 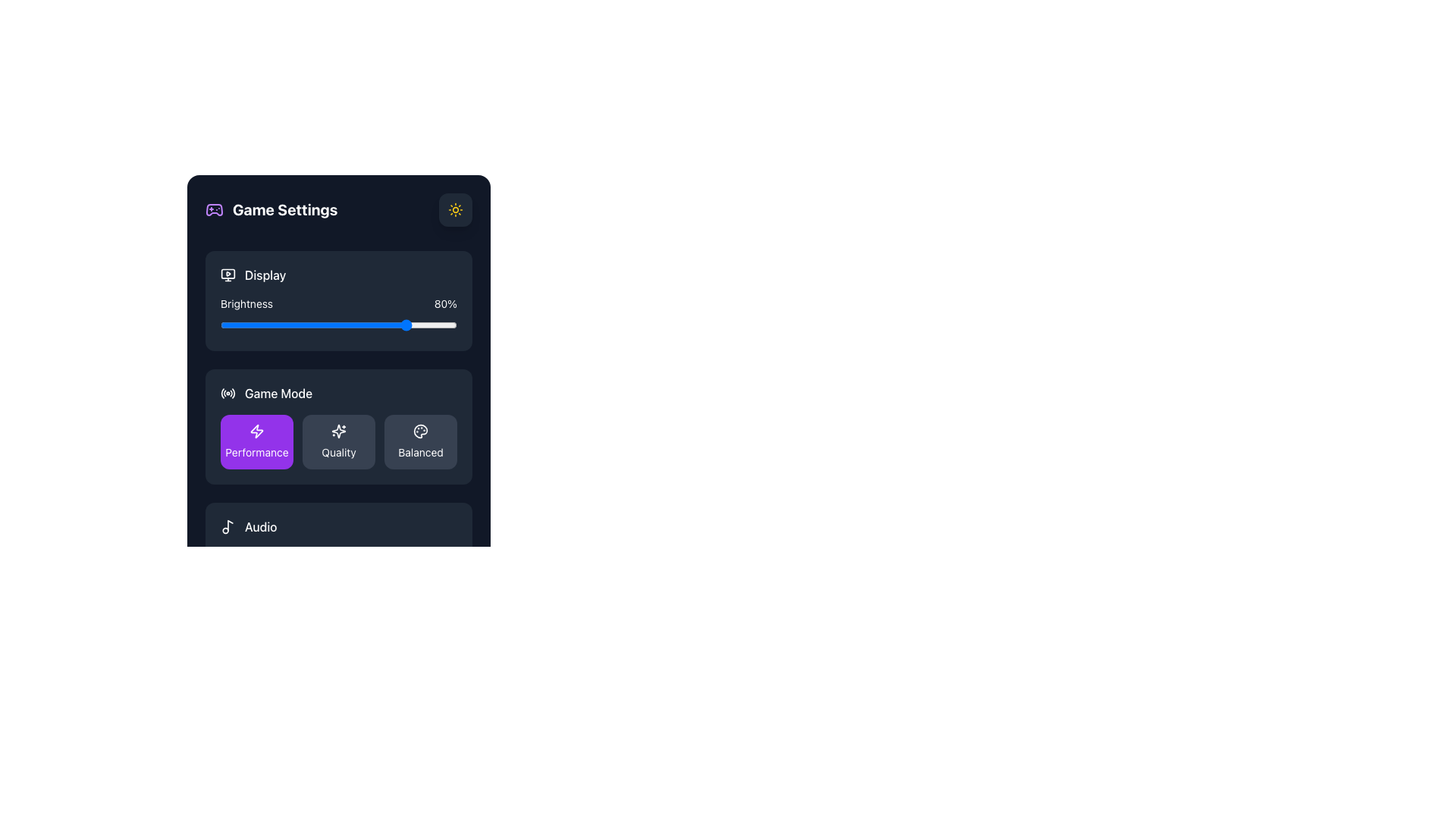 What do you see at coordinates (265, 275) in the screenshot?
I see `text label that serves as a section title for the 'Display' settings, located to the right of a monitor icon` at bounding box center [265, 275].